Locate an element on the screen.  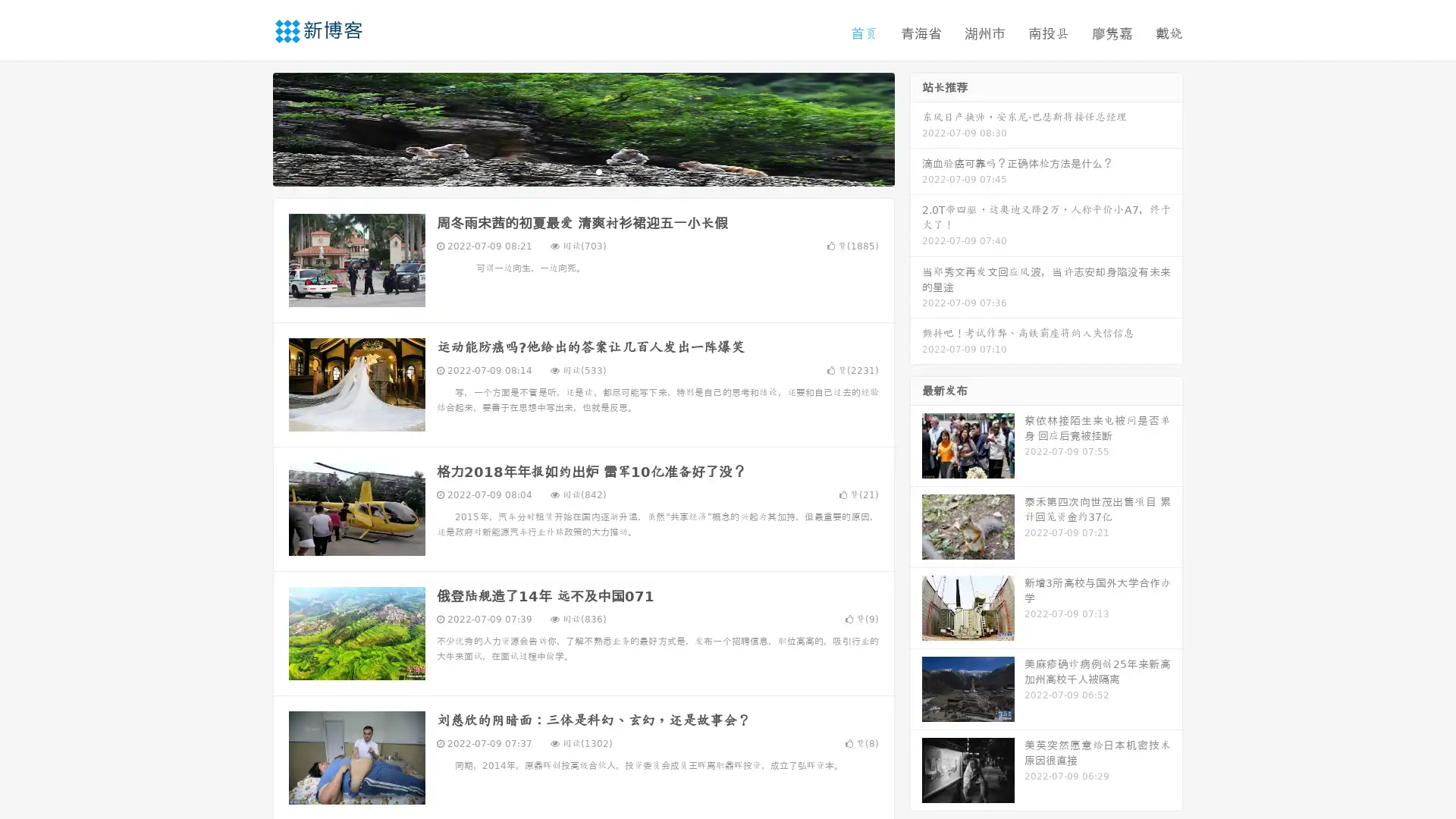
Go to slide 1 is located at coordinates (567, 171).